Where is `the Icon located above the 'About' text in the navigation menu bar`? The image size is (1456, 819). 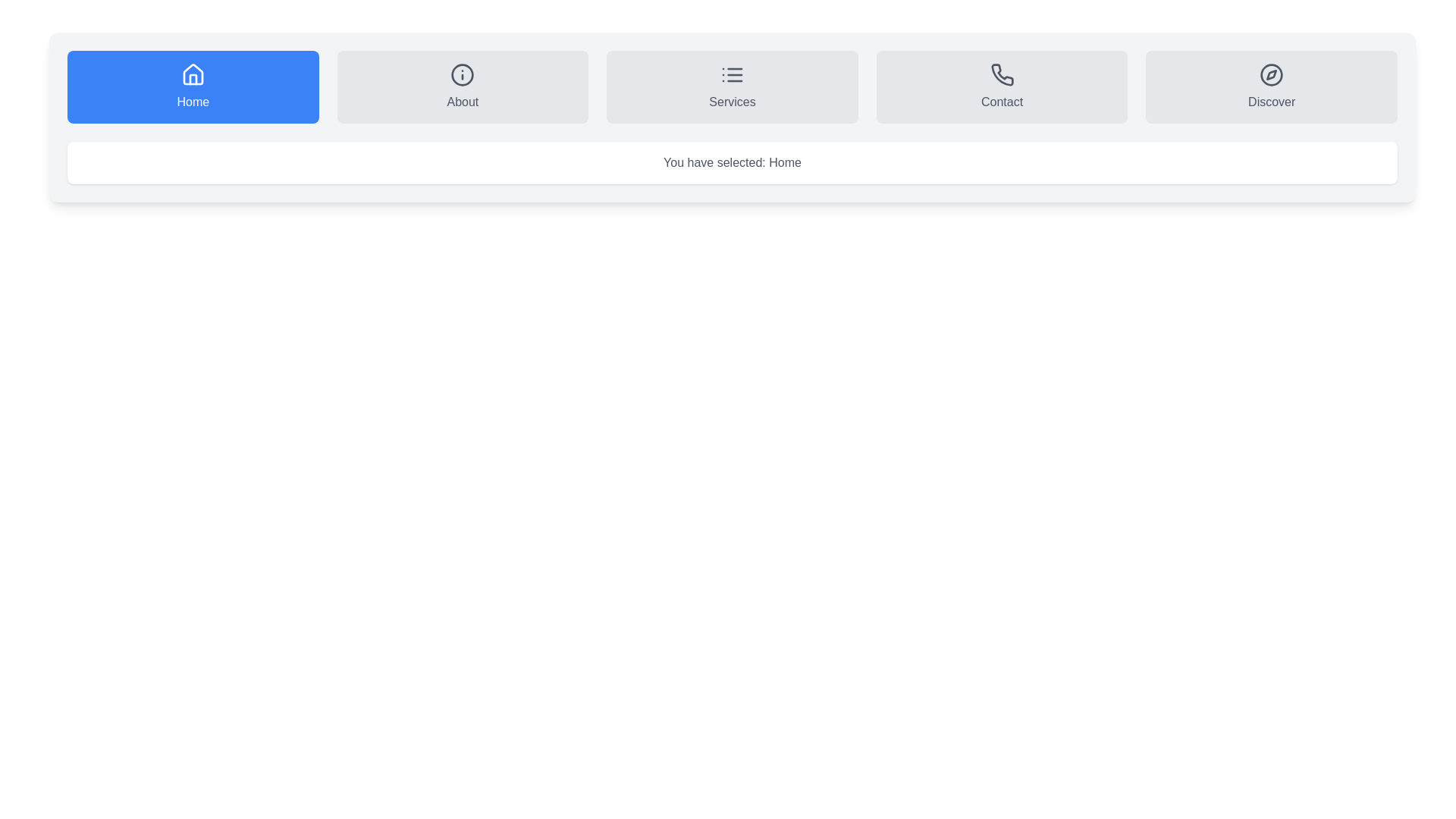
the Icon located above the 'About' text in the navigation menu bar is located at coordinates (462, 75).